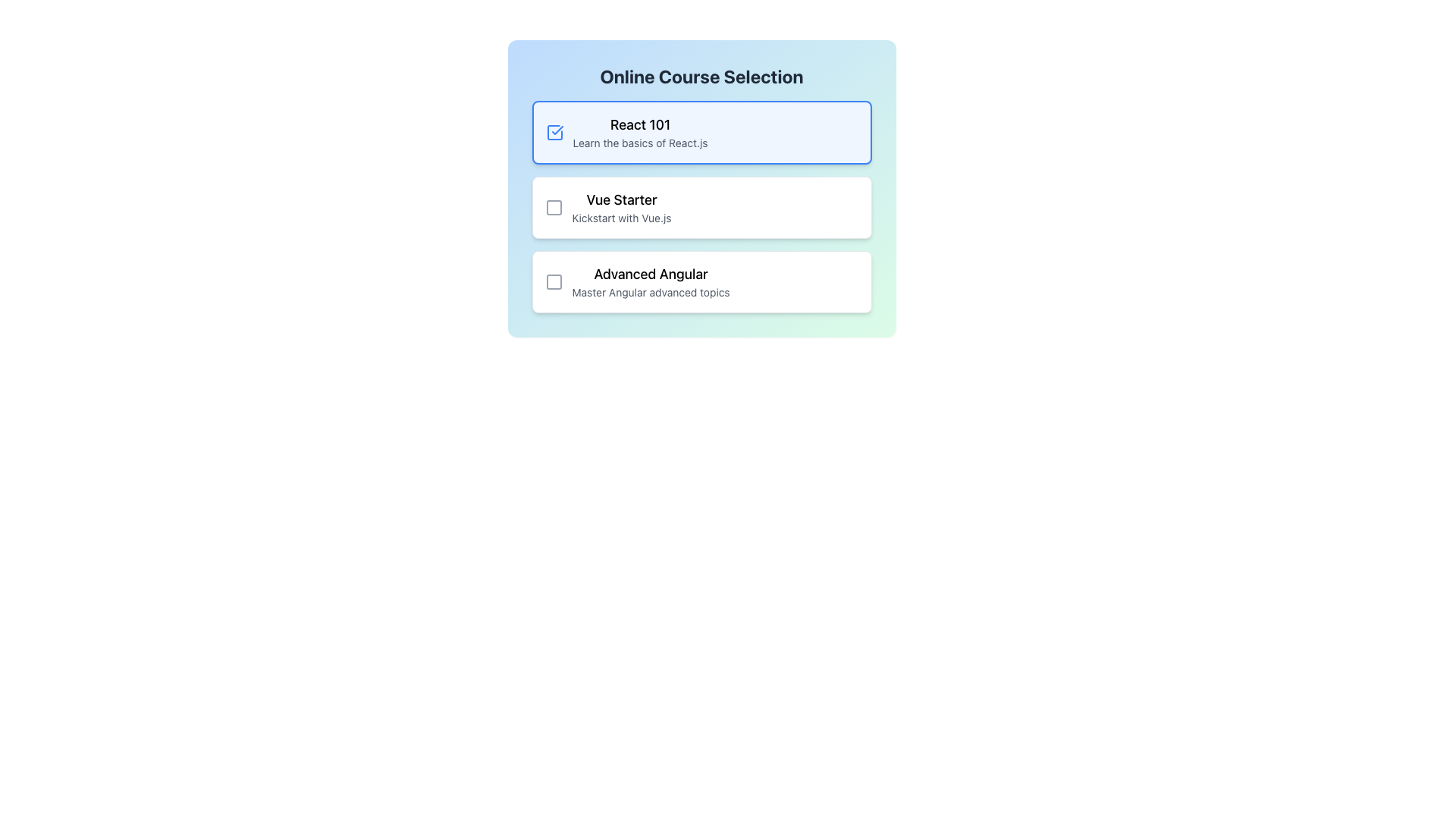 The image size is (1456, 819). I want to click on the static text-based informational component that describes the 'Vue Starter' course, which is the second option in the 'Online Course Selection' section, so click(622, 207).